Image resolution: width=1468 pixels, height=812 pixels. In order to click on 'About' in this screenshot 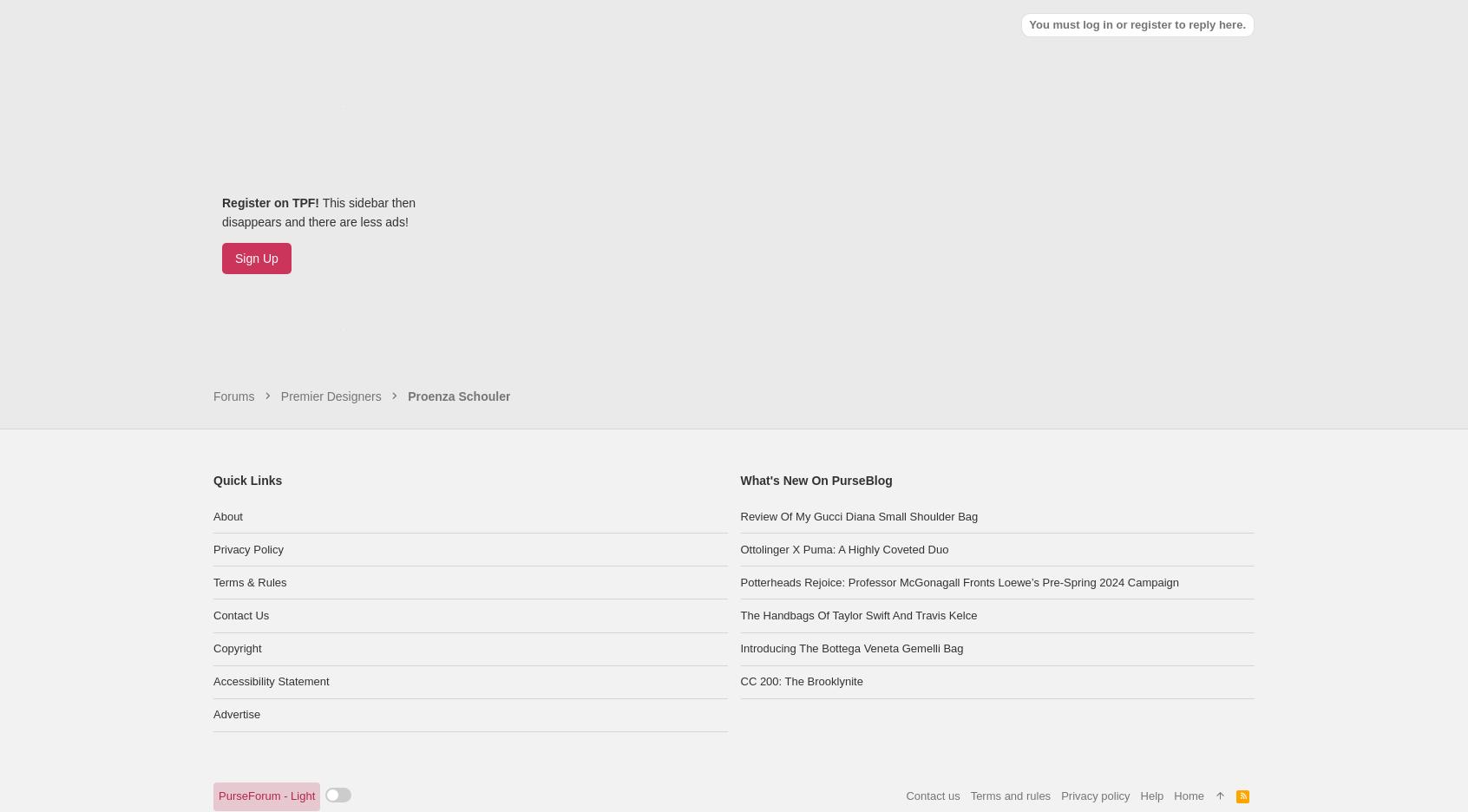, I will do `click(227, 429)`.